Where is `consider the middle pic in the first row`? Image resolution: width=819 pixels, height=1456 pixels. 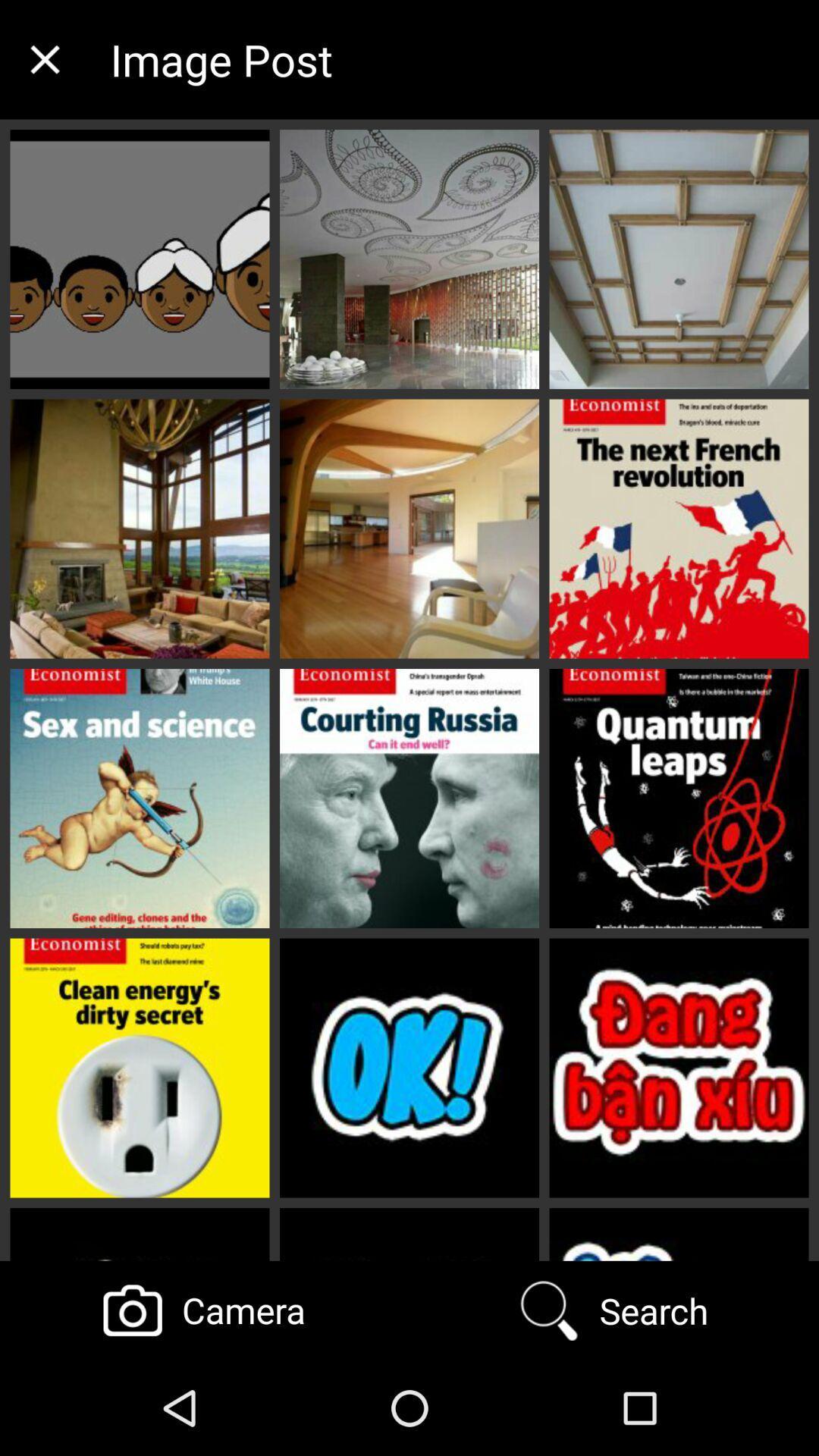
consider the middle pic in the first row is located at coordinates (409, 259).